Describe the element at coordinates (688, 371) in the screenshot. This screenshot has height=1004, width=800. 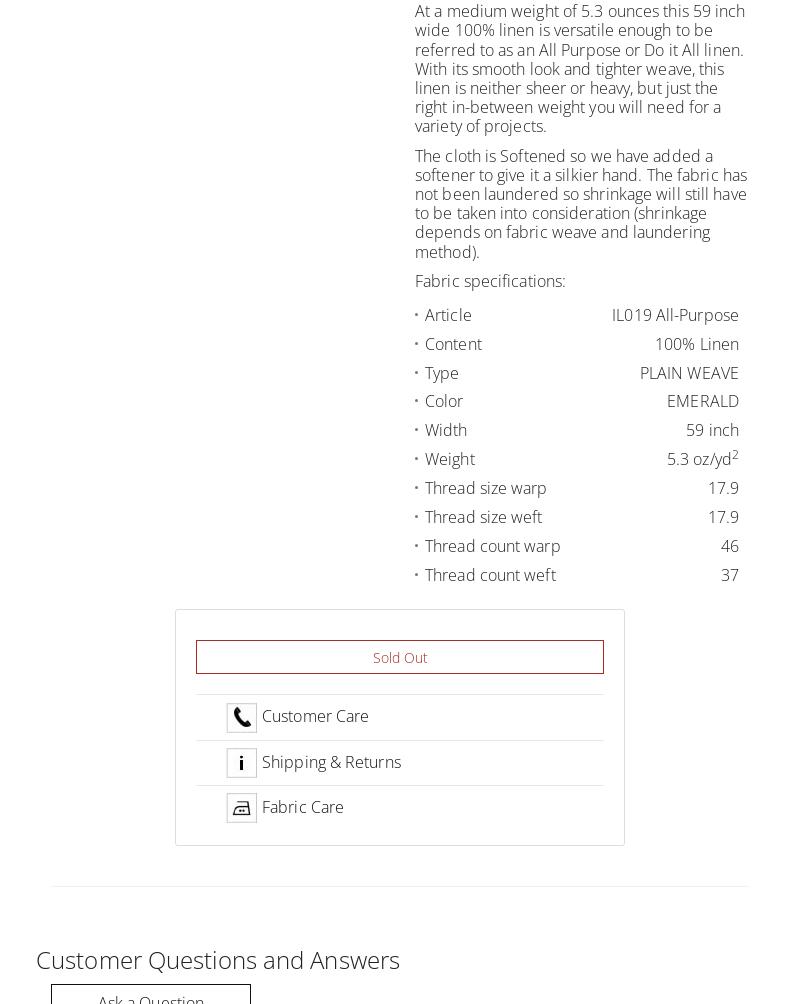
I see `'PLAIN WEAVE'` at that location.